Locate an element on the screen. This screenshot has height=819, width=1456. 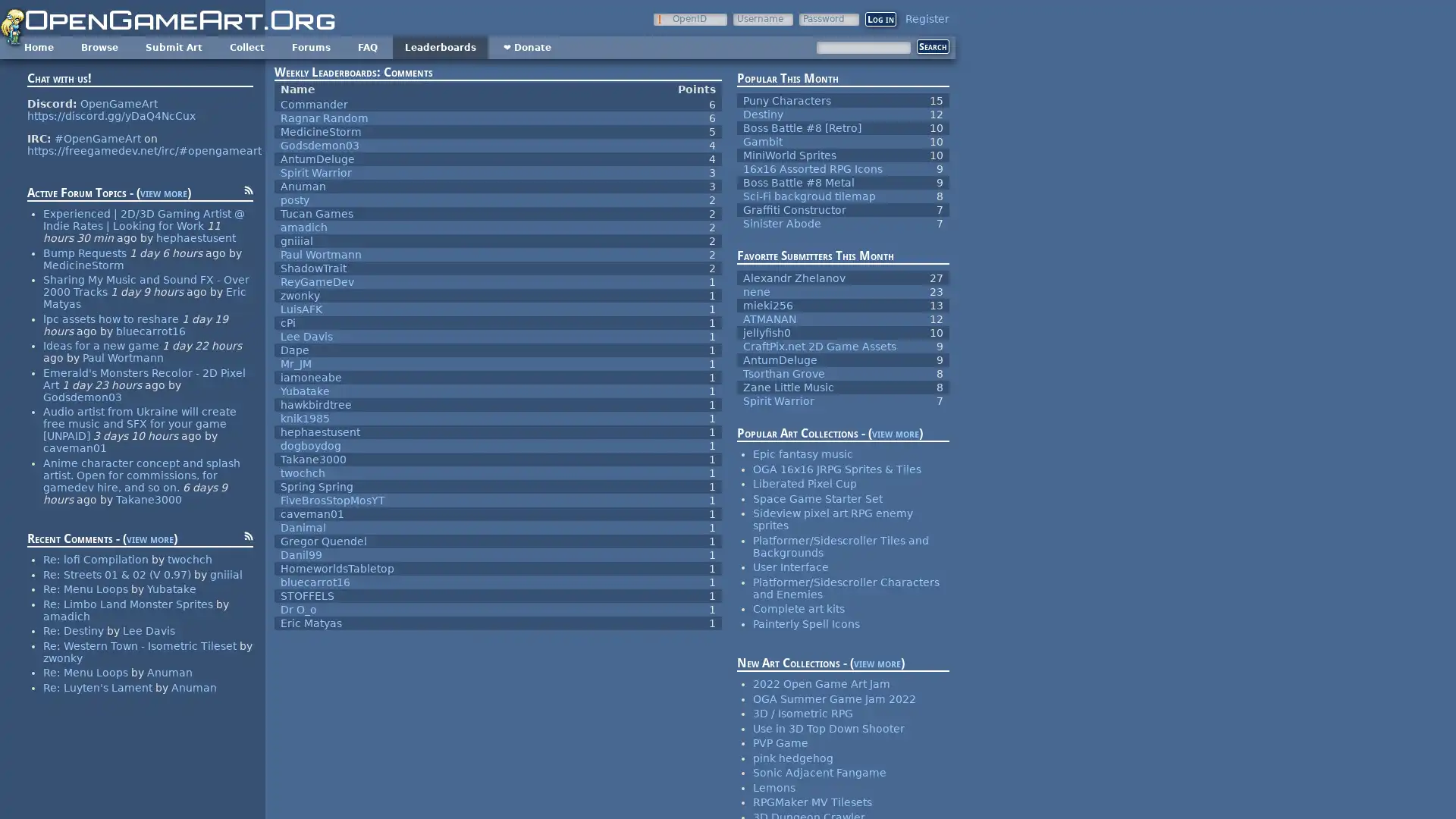
Log in is located at coordinates (880, 19).